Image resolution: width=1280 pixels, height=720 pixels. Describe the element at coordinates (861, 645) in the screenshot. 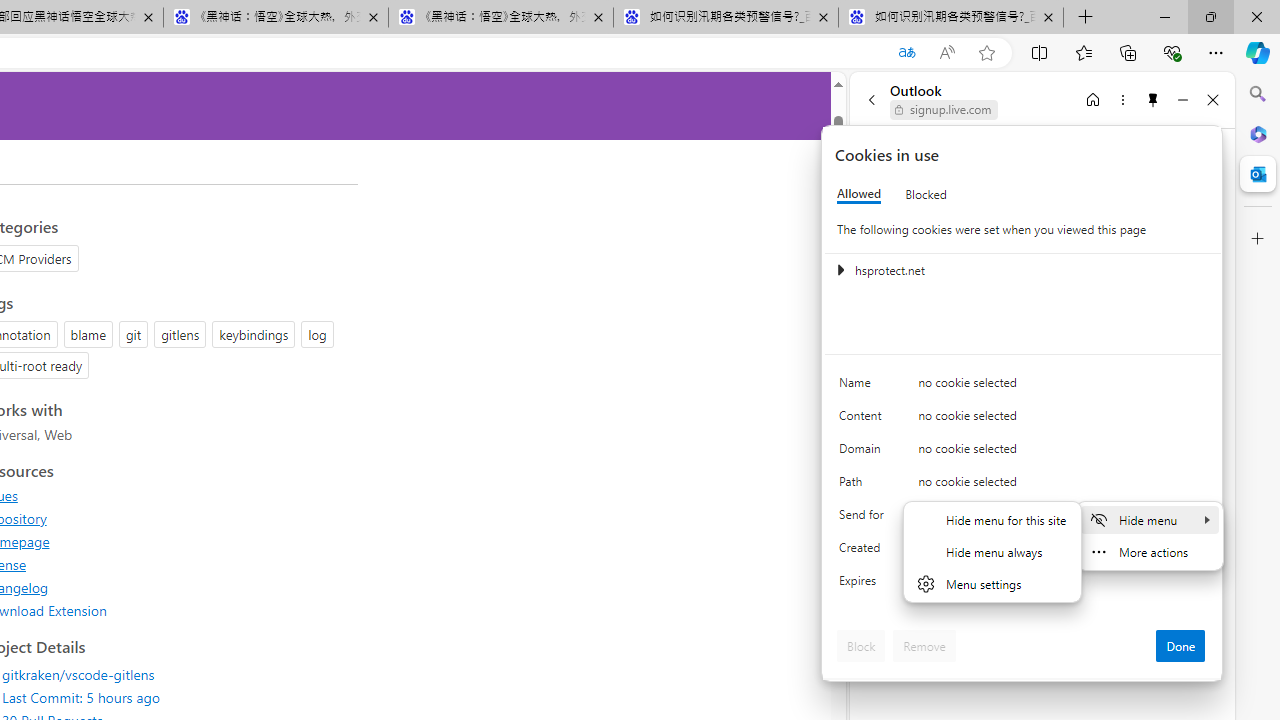

I see `'Block'` at that location.